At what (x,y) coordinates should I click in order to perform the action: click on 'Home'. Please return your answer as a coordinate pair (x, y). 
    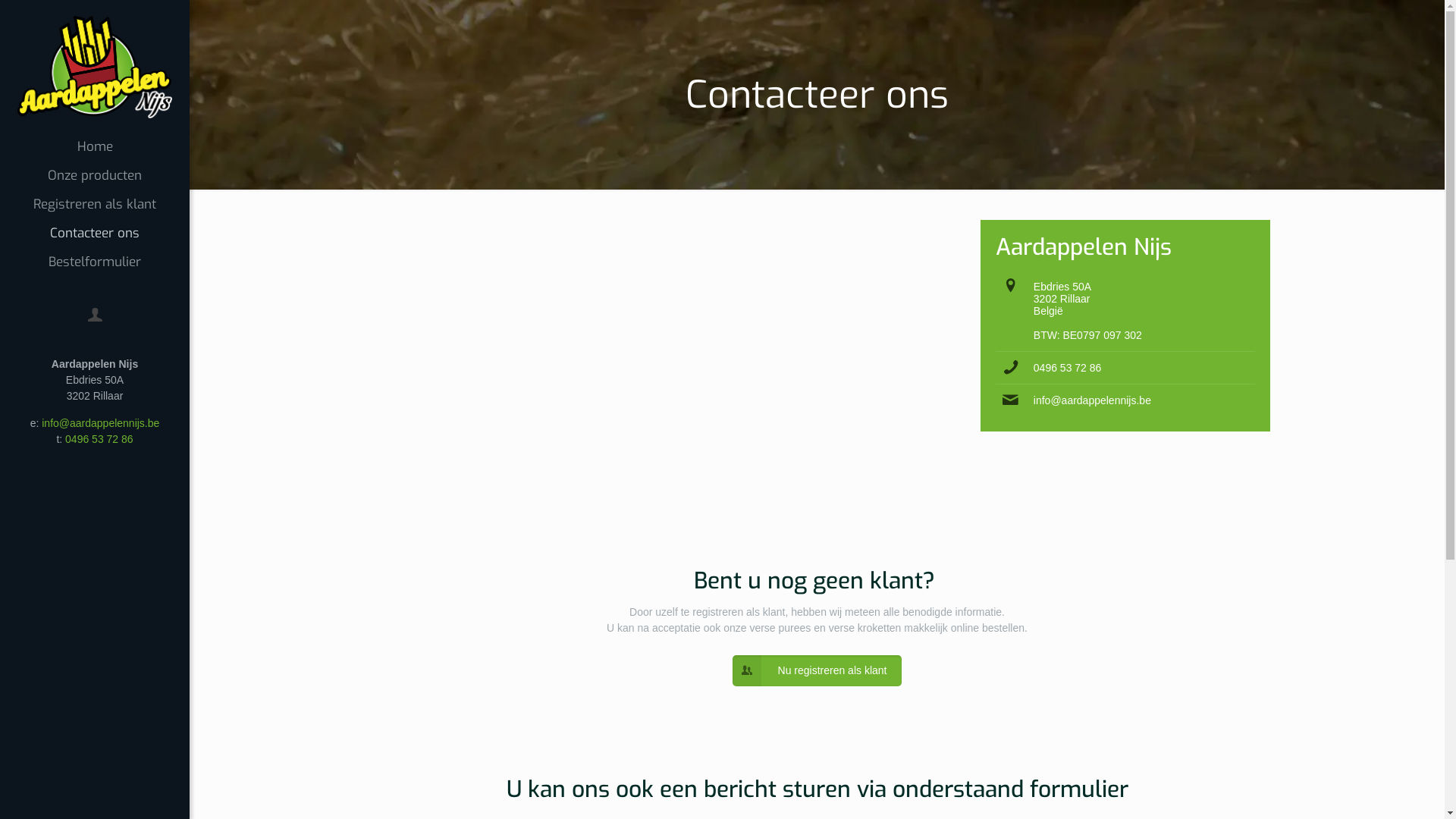
    Looking at the image, I should click on (93, 146).